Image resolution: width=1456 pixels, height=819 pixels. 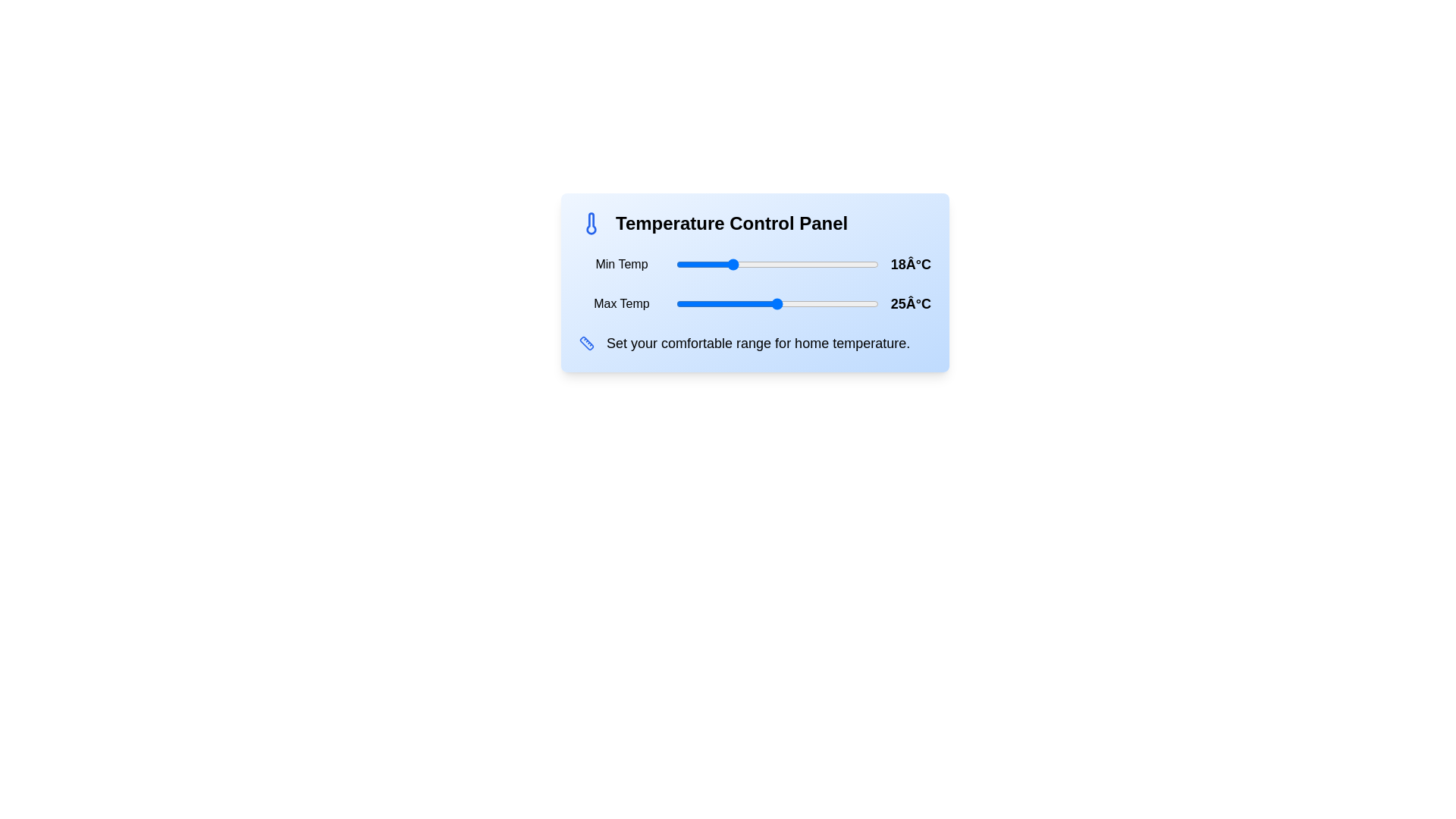 I want to click on the temperature slider to set the temperature to 26°C, so click(x=784, y=304).